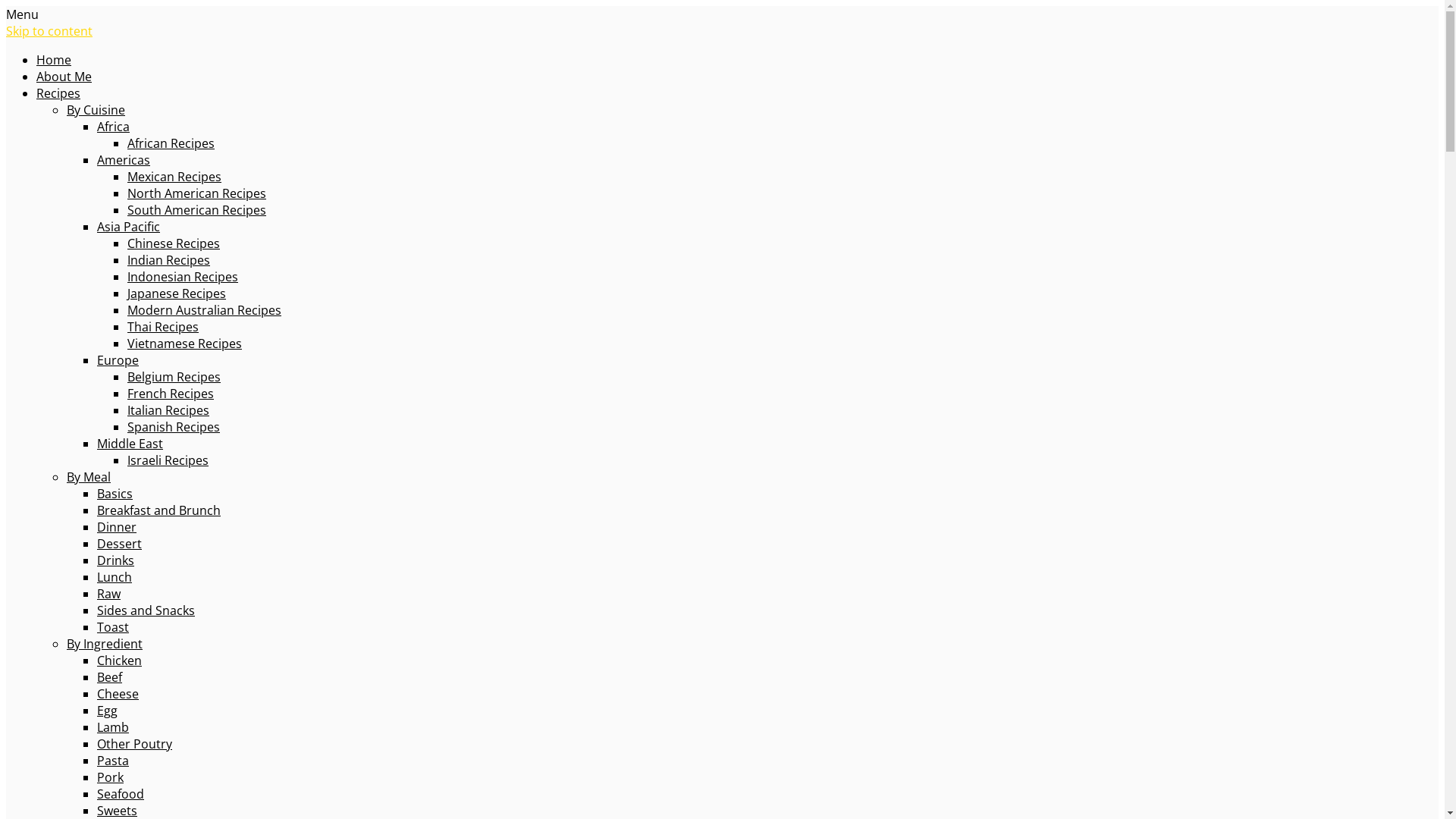 Image resolution: width=1456 pixels, height=819 pixels. I want to click on 'Basics', so click(96, 494).